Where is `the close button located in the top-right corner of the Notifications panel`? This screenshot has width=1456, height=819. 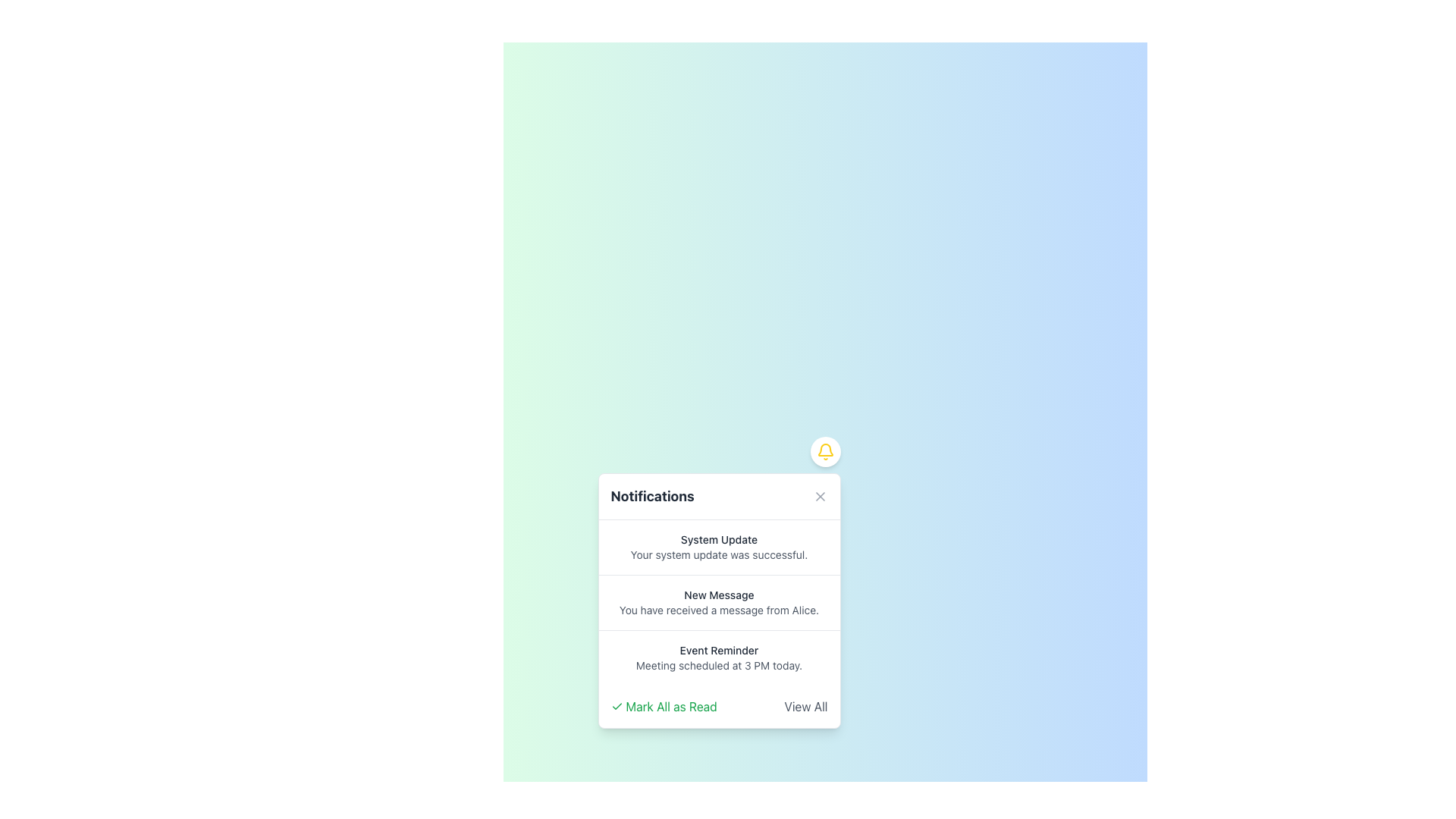
the close button located in the top-right corner of the Notifications panel is located at coordinates (819, 497).